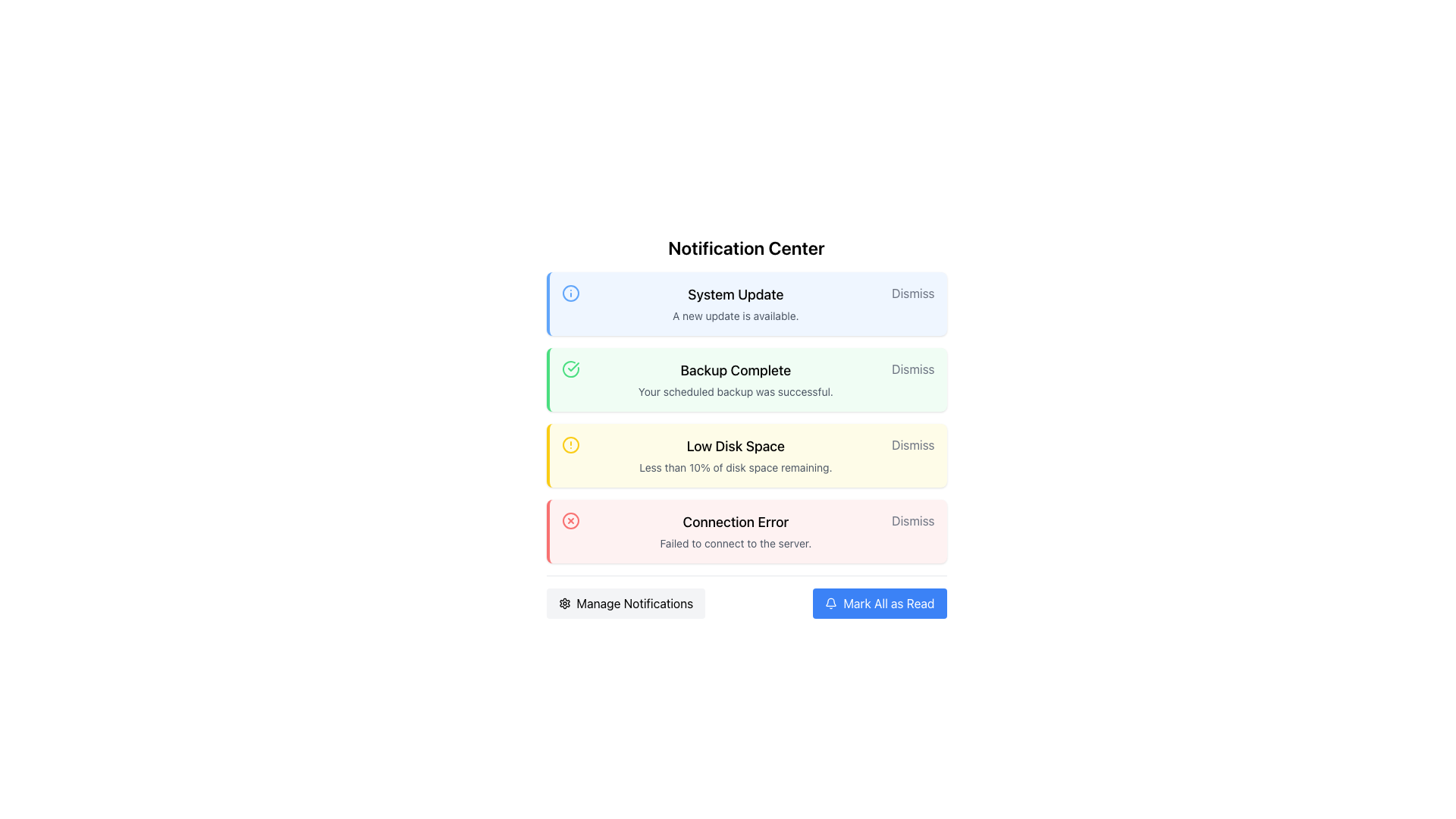 This screenshot has width=1456, height=819. I want to click on the textual notification indicating 'Low Disk Space' with a yellow background and a left-side yellow border, which is positioned between 'Backup Complete' and 'Connection Error' notifications, so click(736, 455).